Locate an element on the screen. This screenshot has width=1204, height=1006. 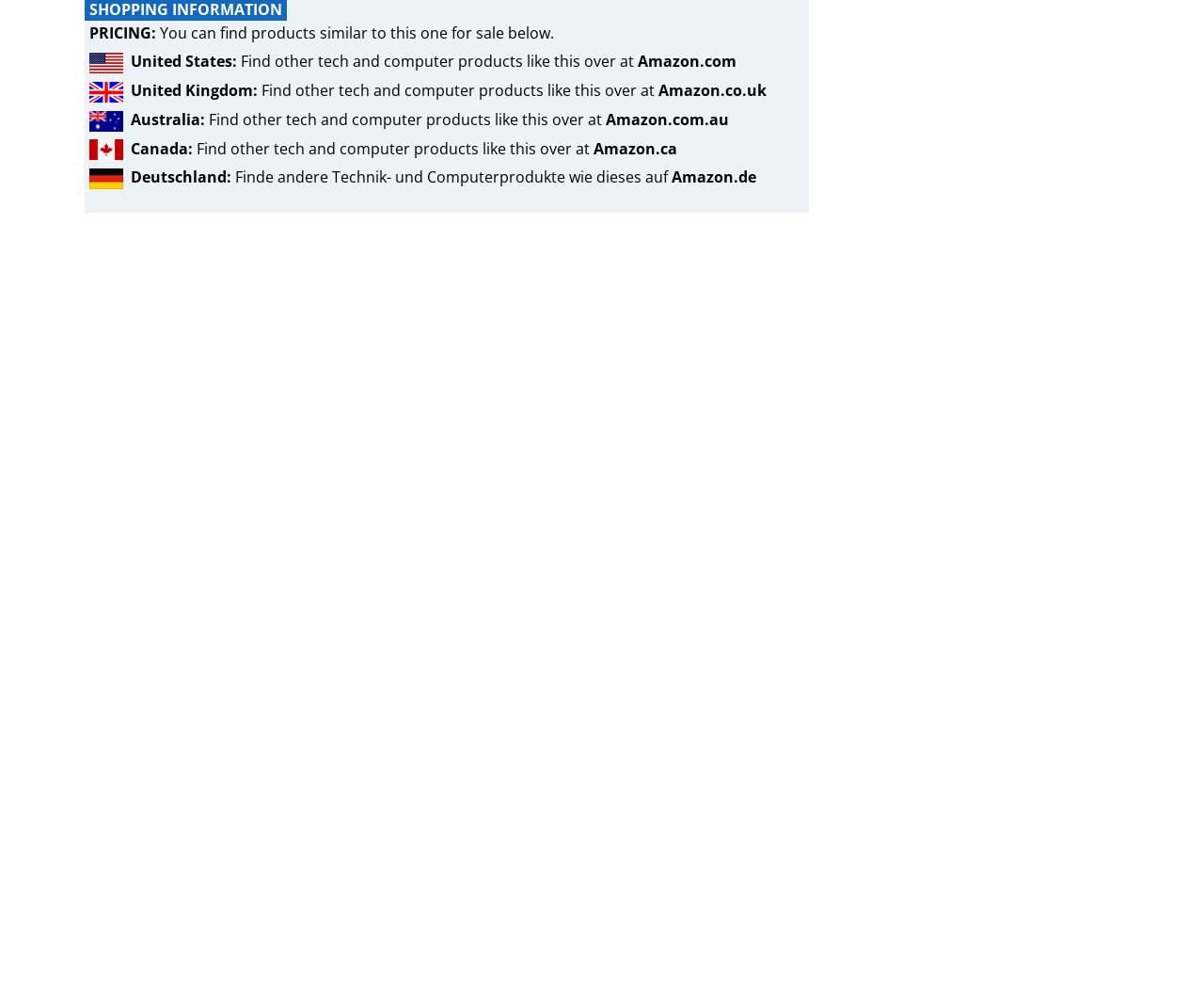
'PRICING:' is located at coordinates (121, 31).